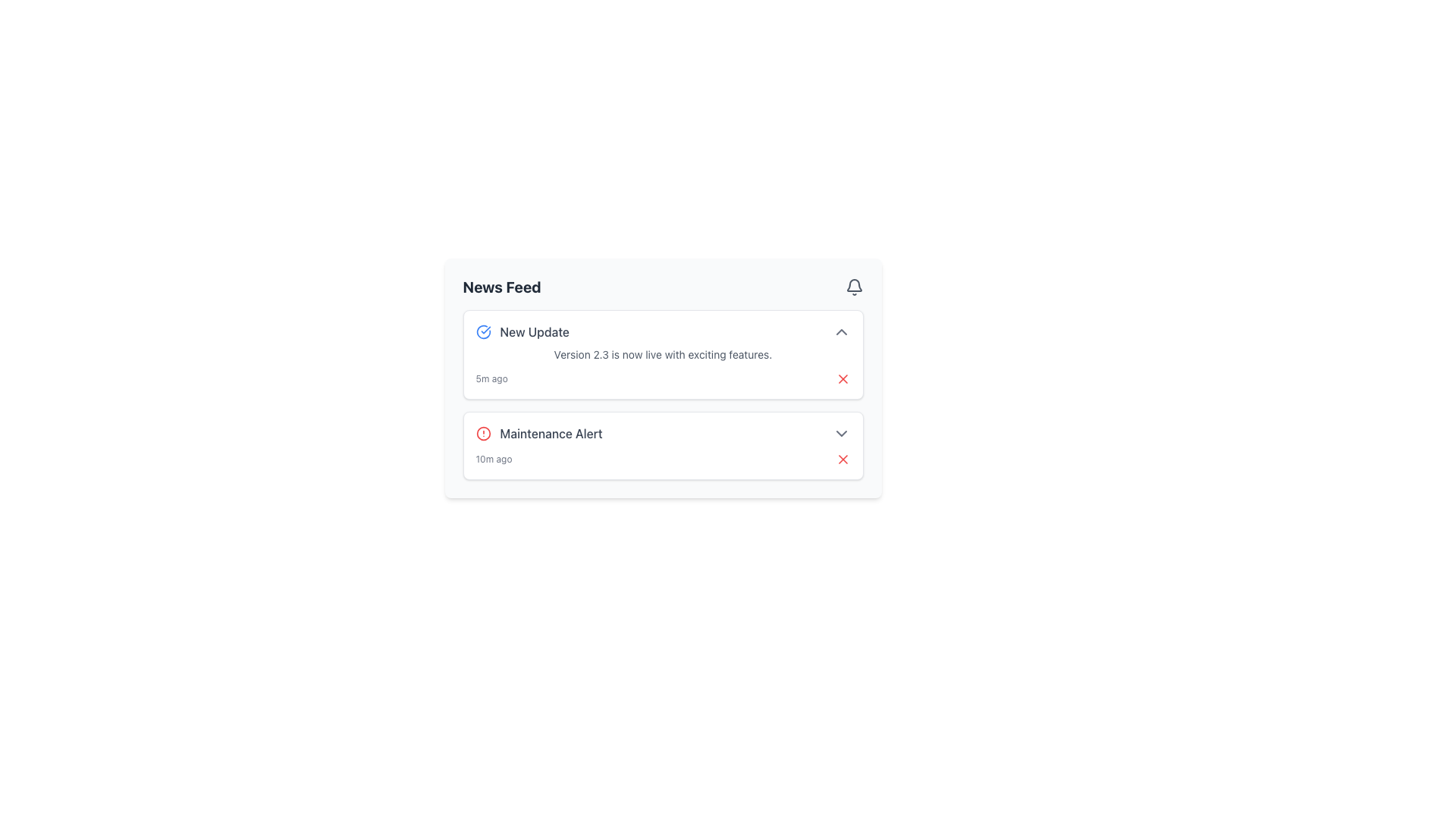 The width and height of the screenshot is (1456, 819). Describe the element at coordinates (538, 433) in the screenshot. I see `the Text with Icon Label that indicates a maintenance alert, located within the second information card below the 'News Feed' header` at that location.